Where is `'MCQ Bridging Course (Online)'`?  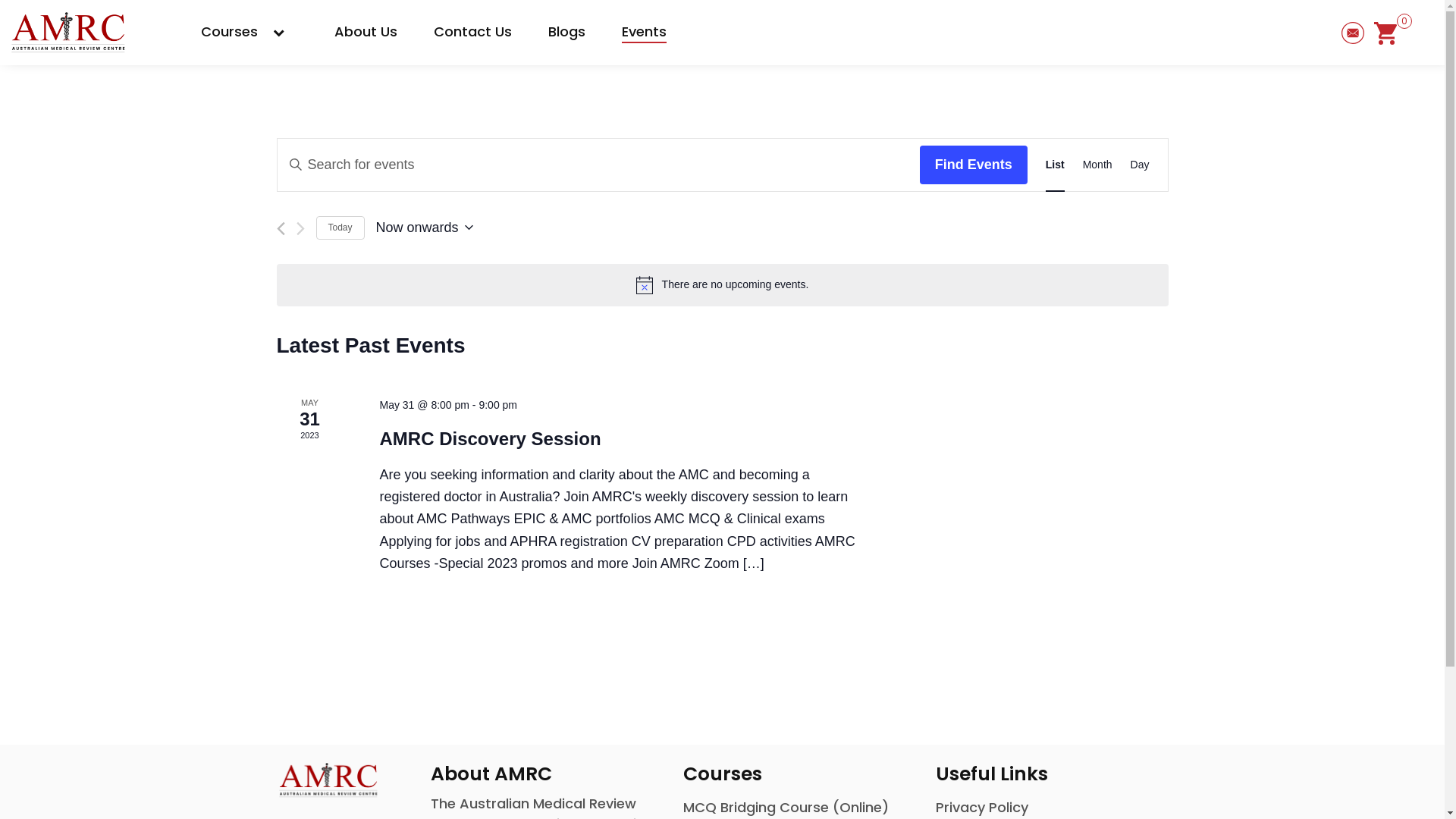 'MCQ Bridging Course (Online)' is located at coordinates (786, 806).